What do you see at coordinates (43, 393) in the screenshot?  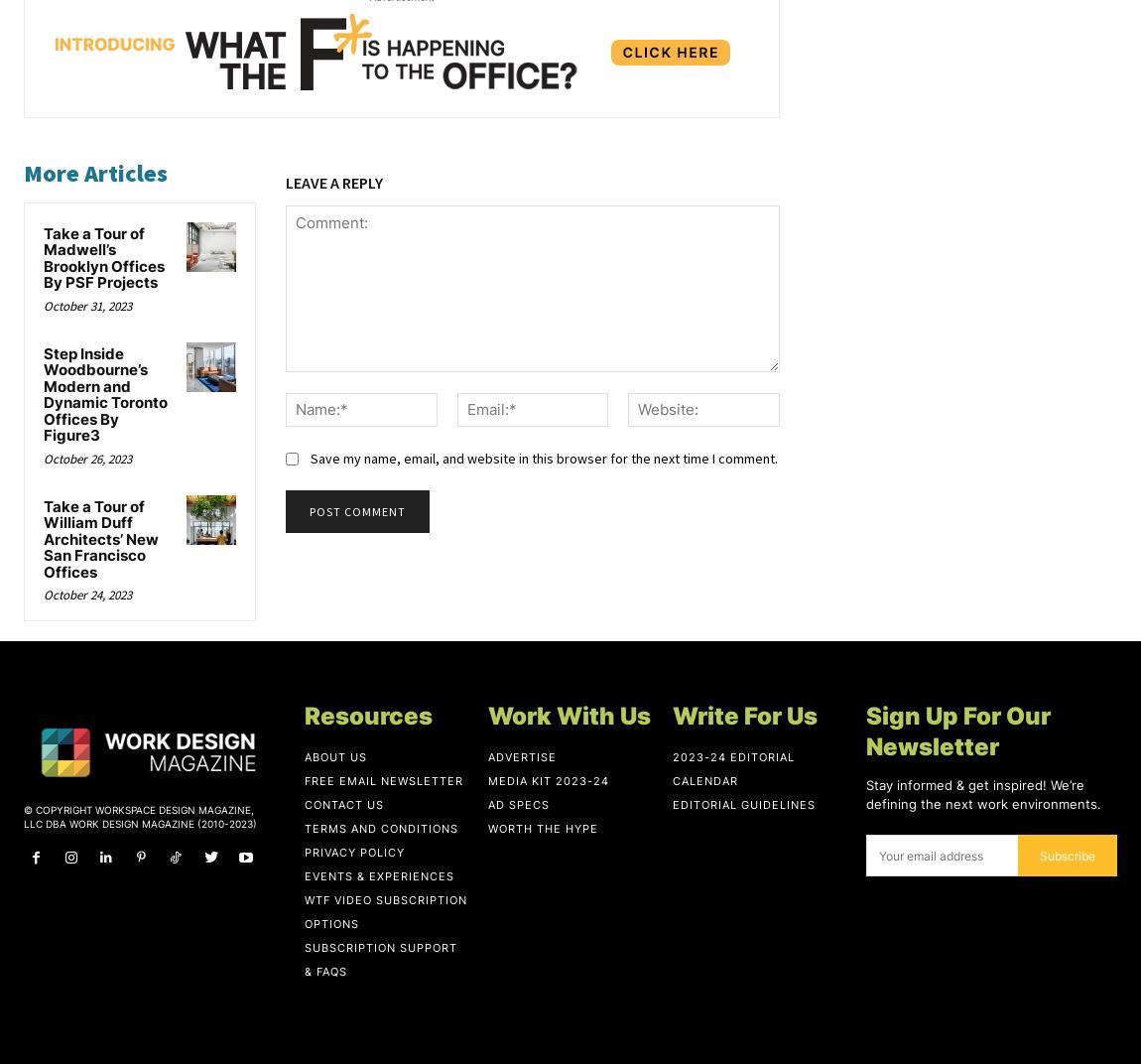 I see `'Step Inside Woodbourne’s Modern and Dynamic Toronto Offices By Figure3'` at bounding box center [43, 393].